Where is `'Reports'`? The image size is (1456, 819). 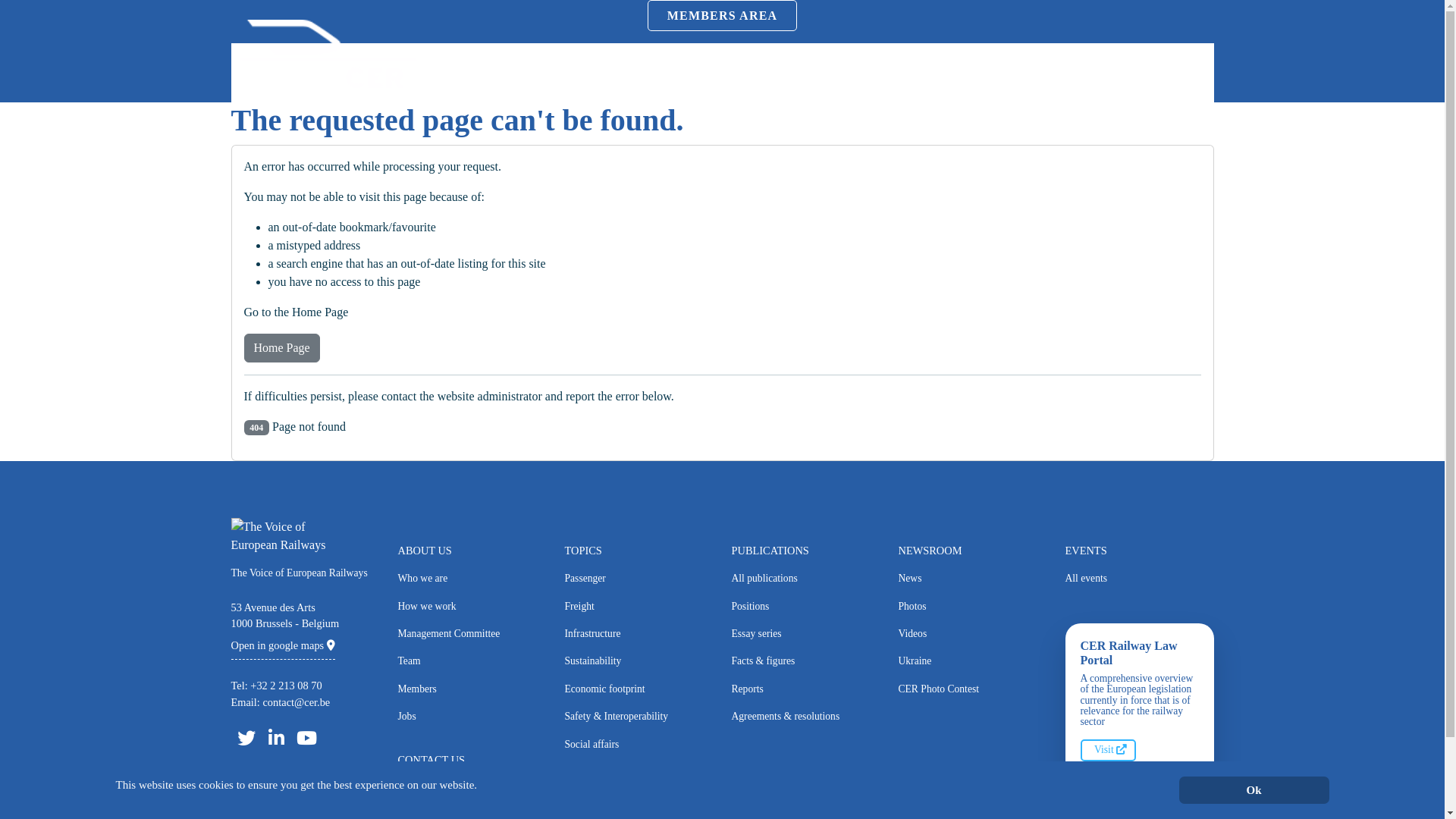
'Reports' is located at coordinates (804, 689).